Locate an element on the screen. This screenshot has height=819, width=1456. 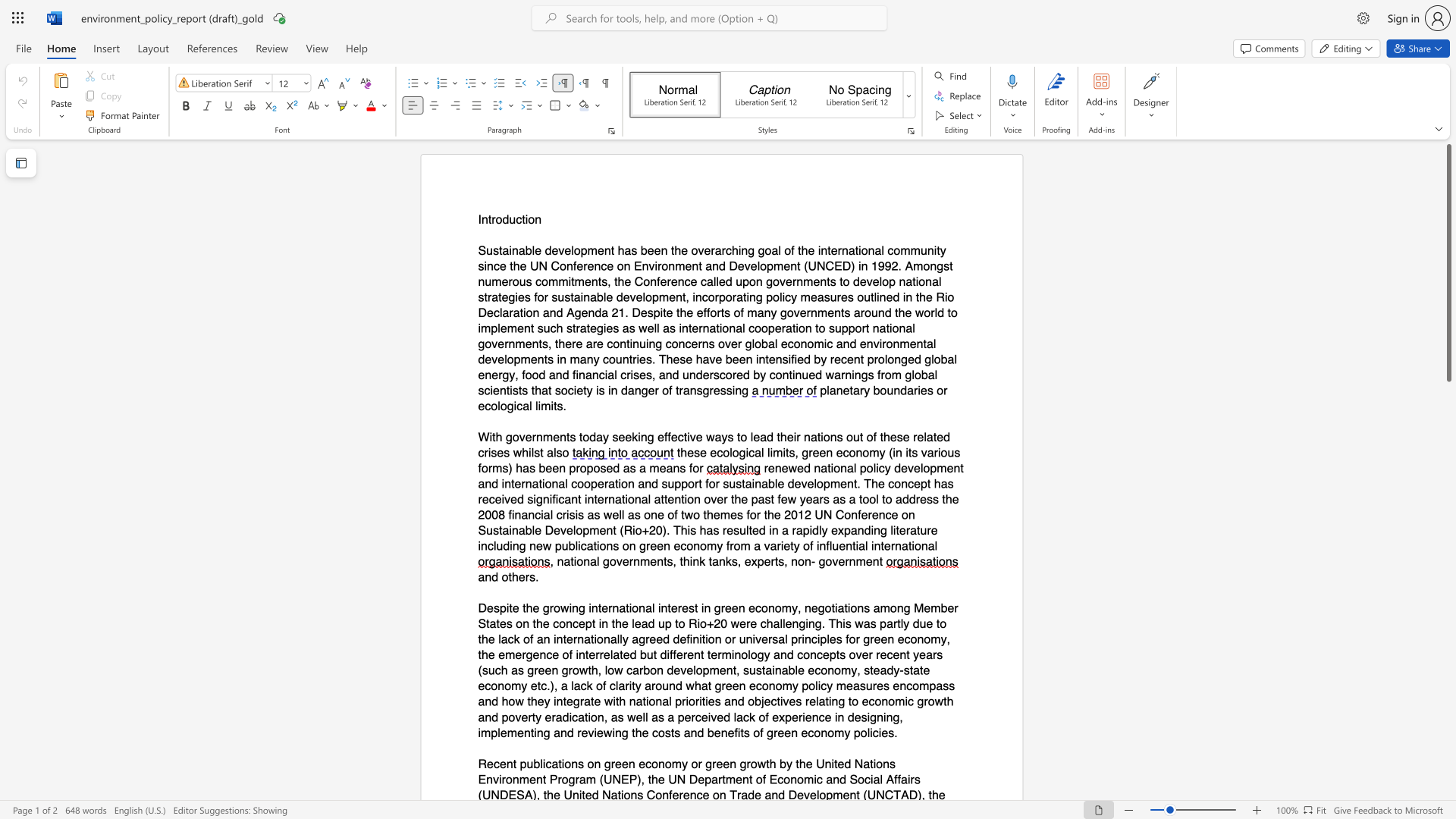
the scrollbar on the right to move the page downward is located at coordinates (1448, 690).